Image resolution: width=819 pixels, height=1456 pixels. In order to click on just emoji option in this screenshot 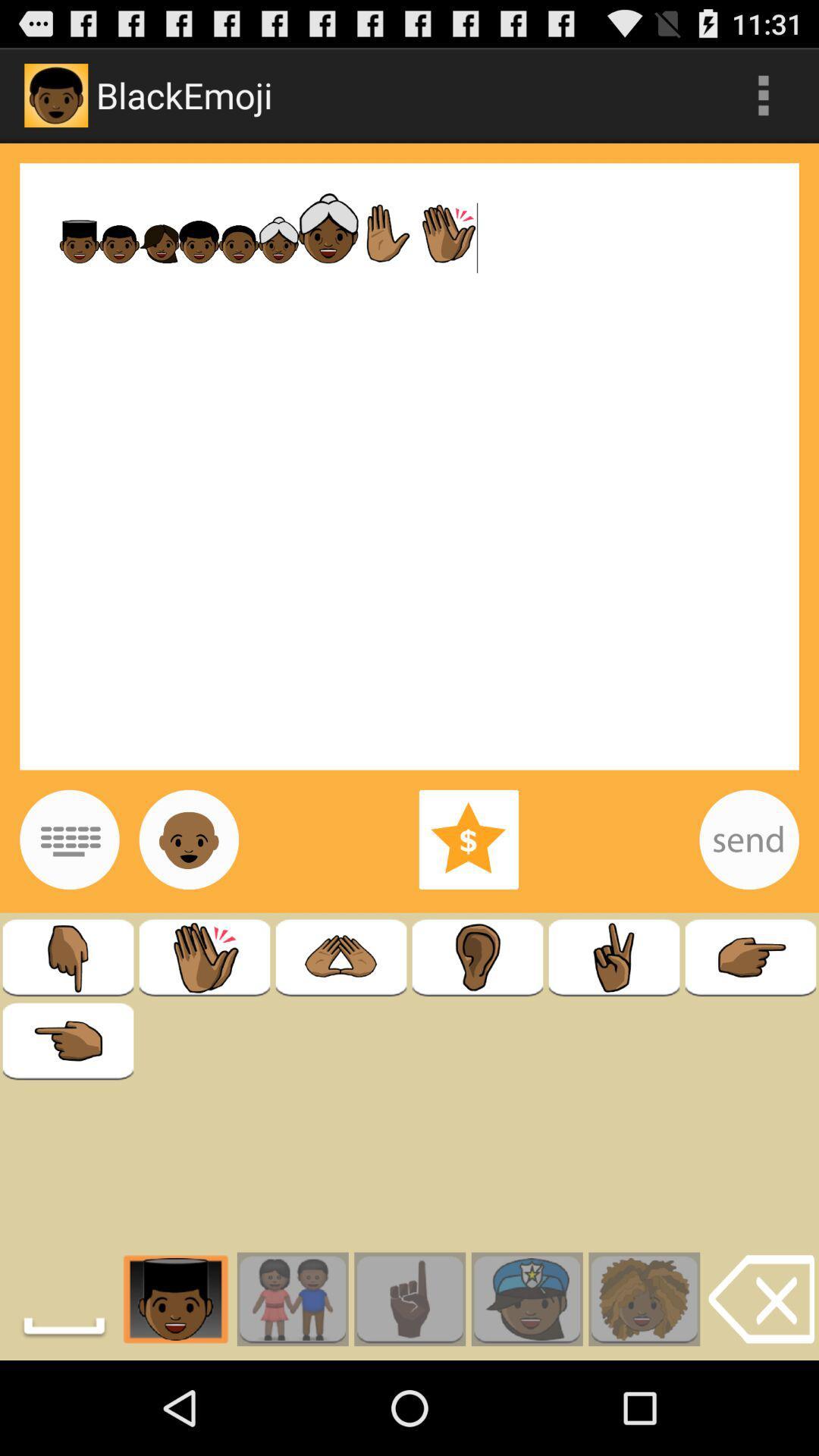, I will do `click(188, 839)`.